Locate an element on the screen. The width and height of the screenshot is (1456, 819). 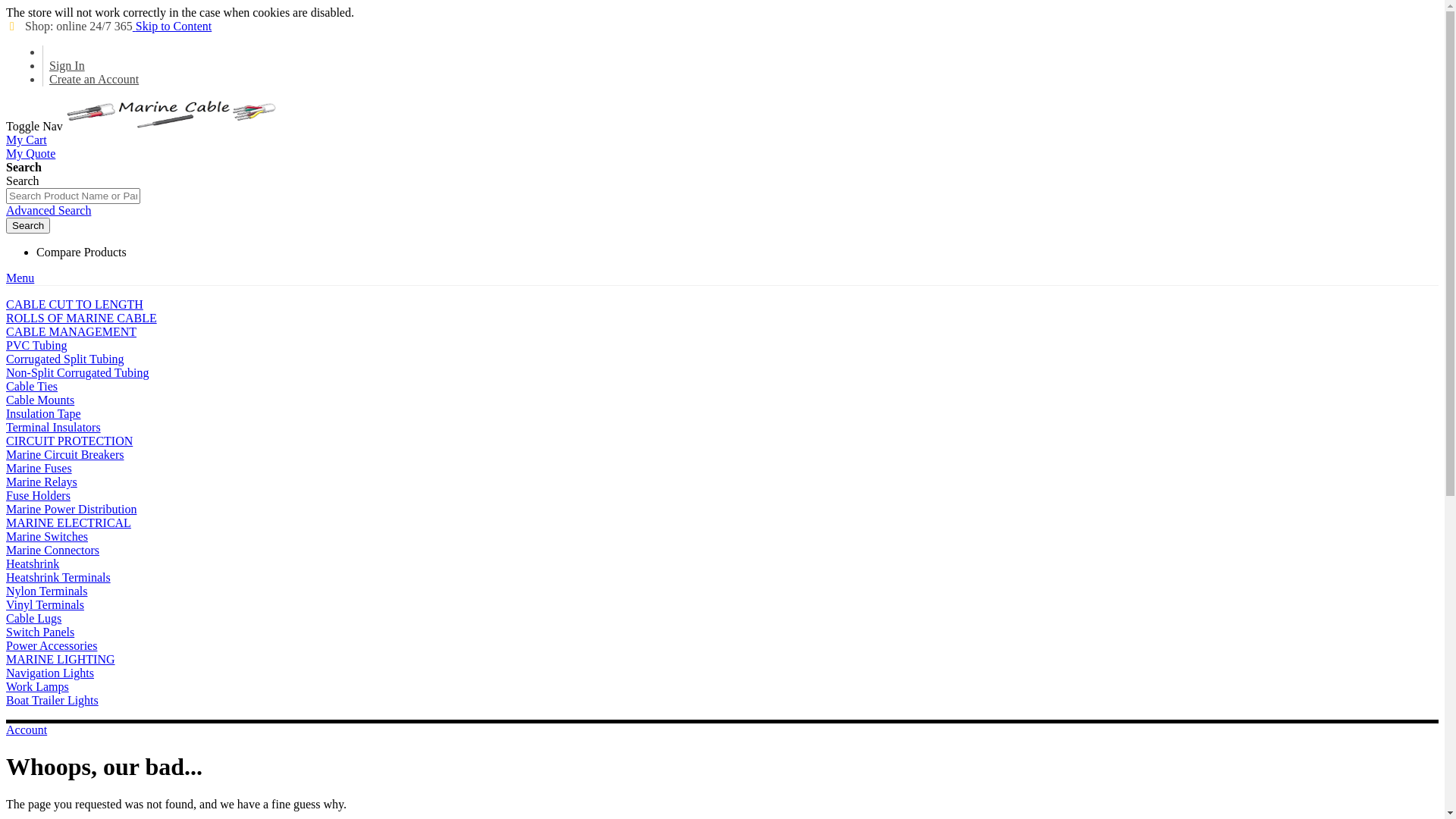
'Boat Trailer Lights' is located at coordinates (52, 700).